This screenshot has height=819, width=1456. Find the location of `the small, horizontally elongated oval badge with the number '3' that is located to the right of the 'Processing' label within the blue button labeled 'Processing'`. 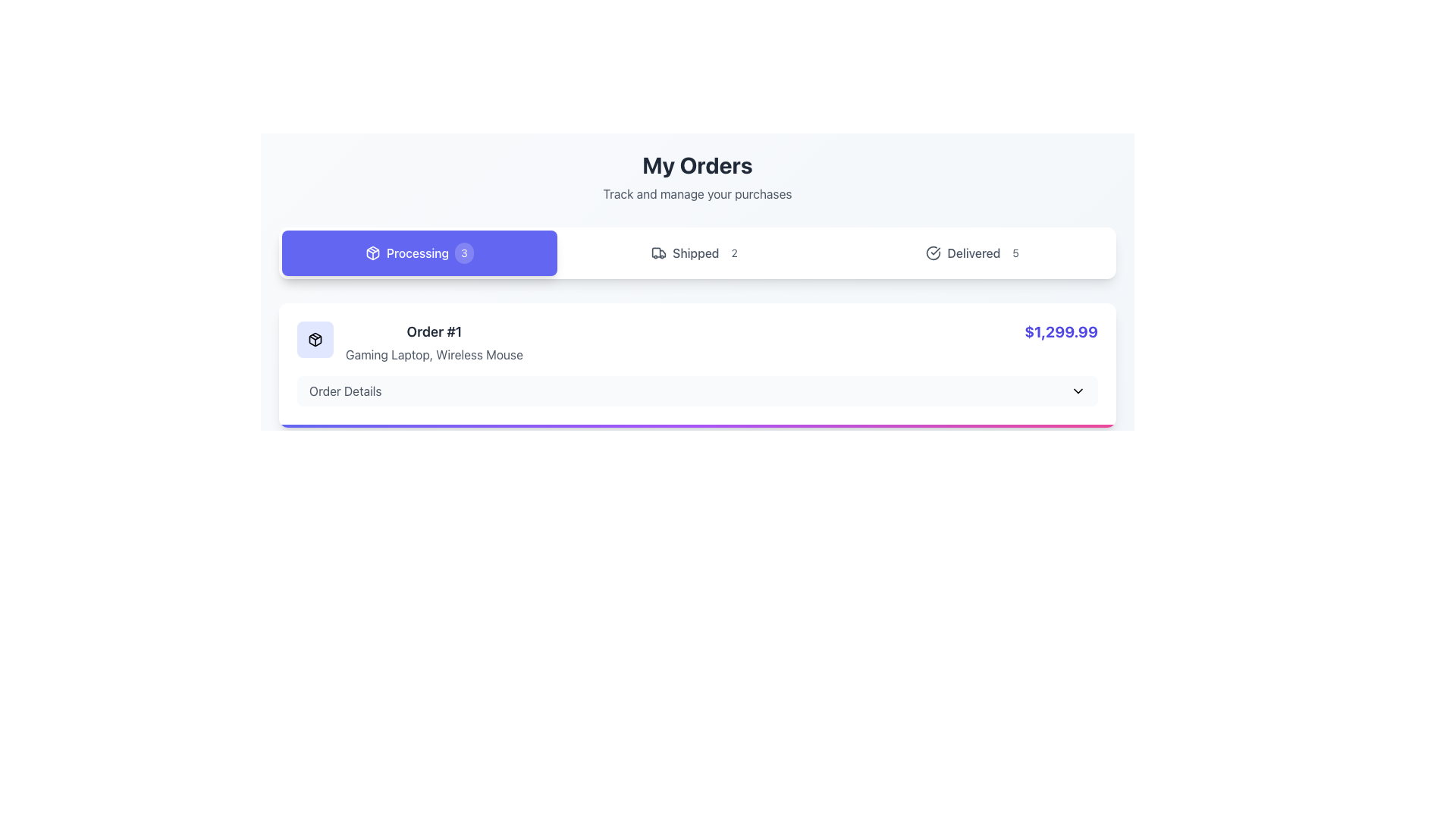

the small, horizontally elongated oval badge with the number '3' that is located to the right of the 'Processing' label within the blue button labeled 'Processing' is located at coordinates (463, 253).